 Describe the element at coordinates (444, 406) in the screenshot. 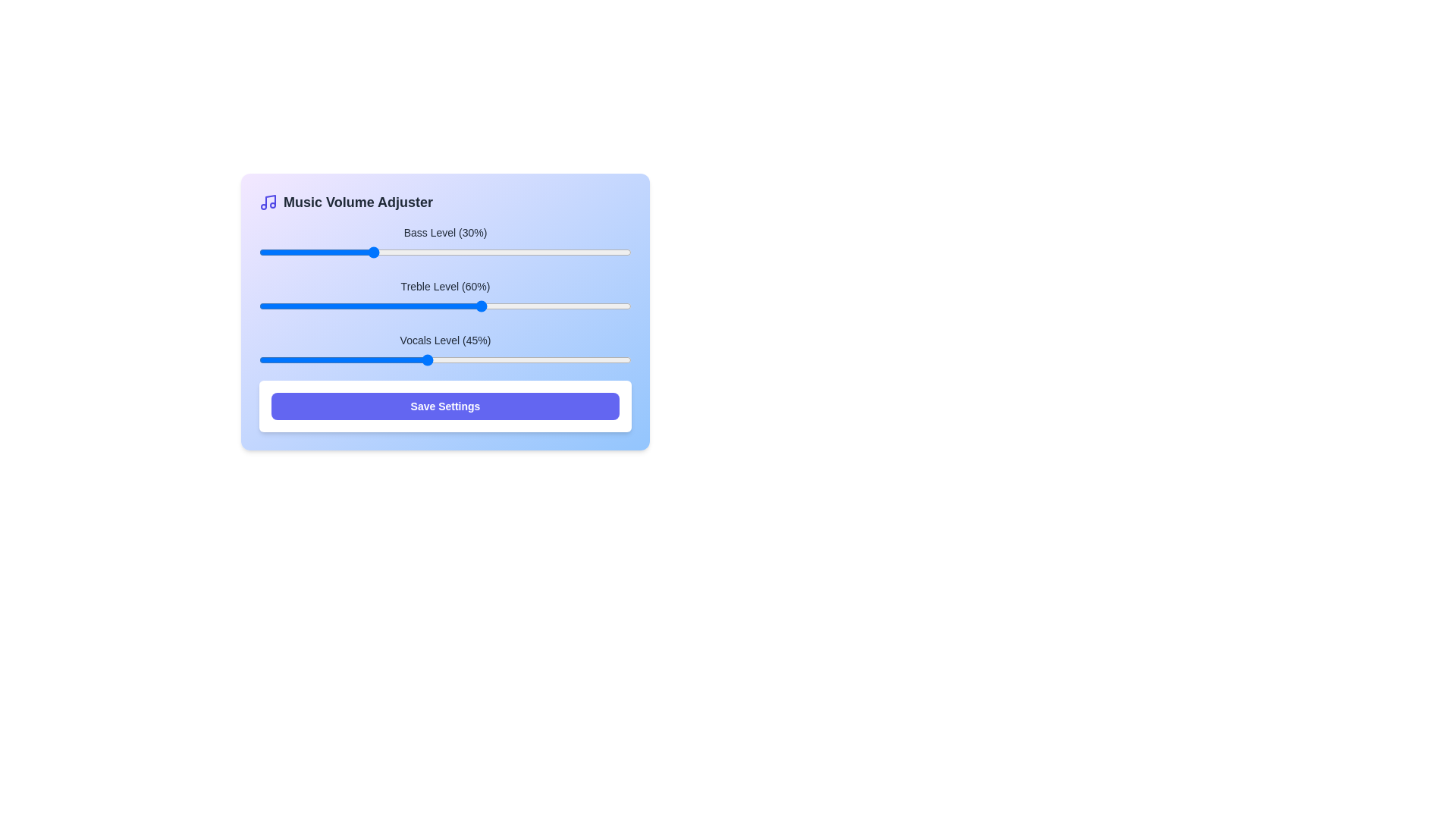

I see `the save button located near the bottom center of the interface to activate the hover effect` at that location.